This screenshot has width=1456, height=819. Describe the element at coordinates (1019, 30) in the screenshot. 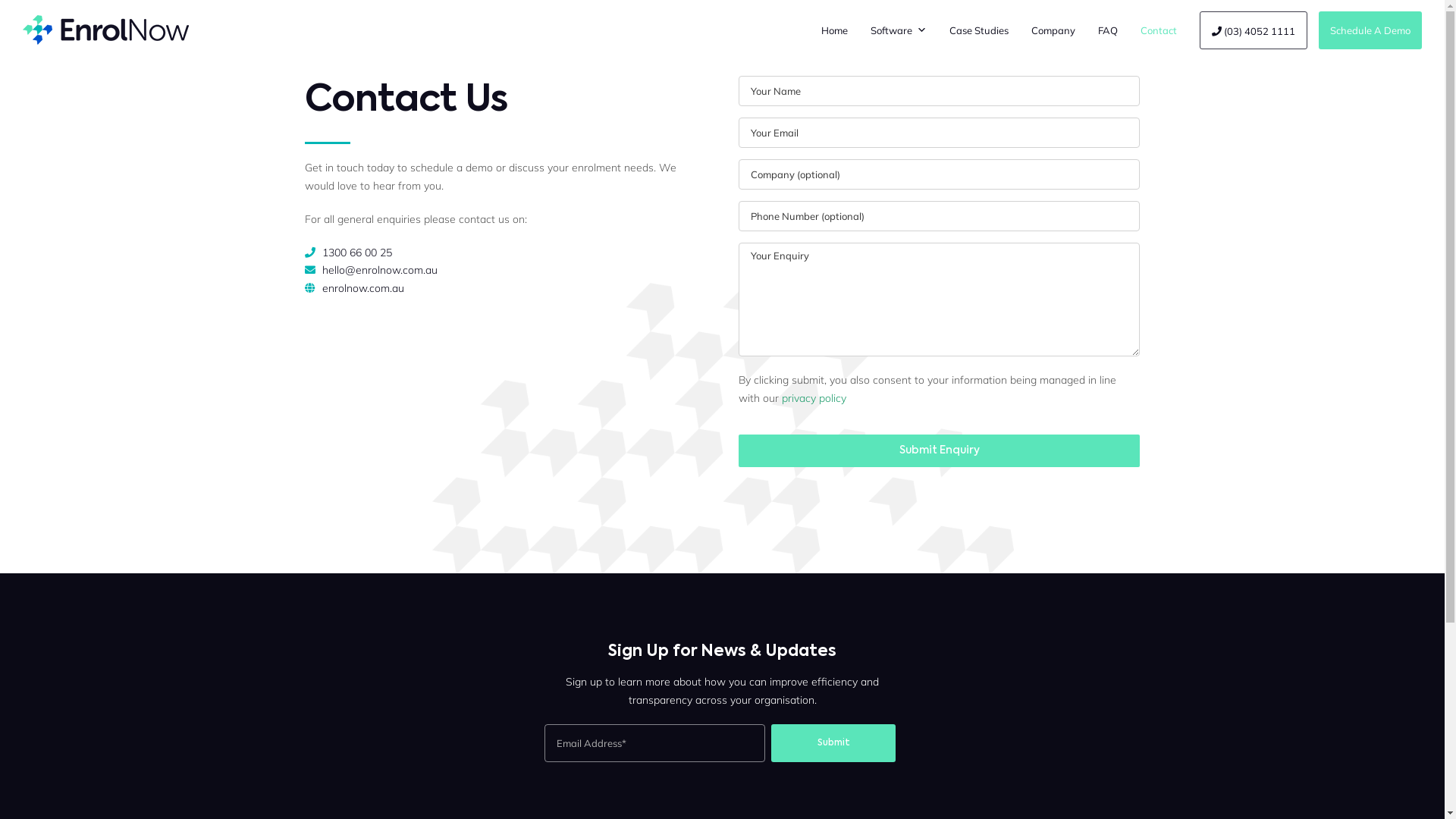

I see `'Company'` at that location.